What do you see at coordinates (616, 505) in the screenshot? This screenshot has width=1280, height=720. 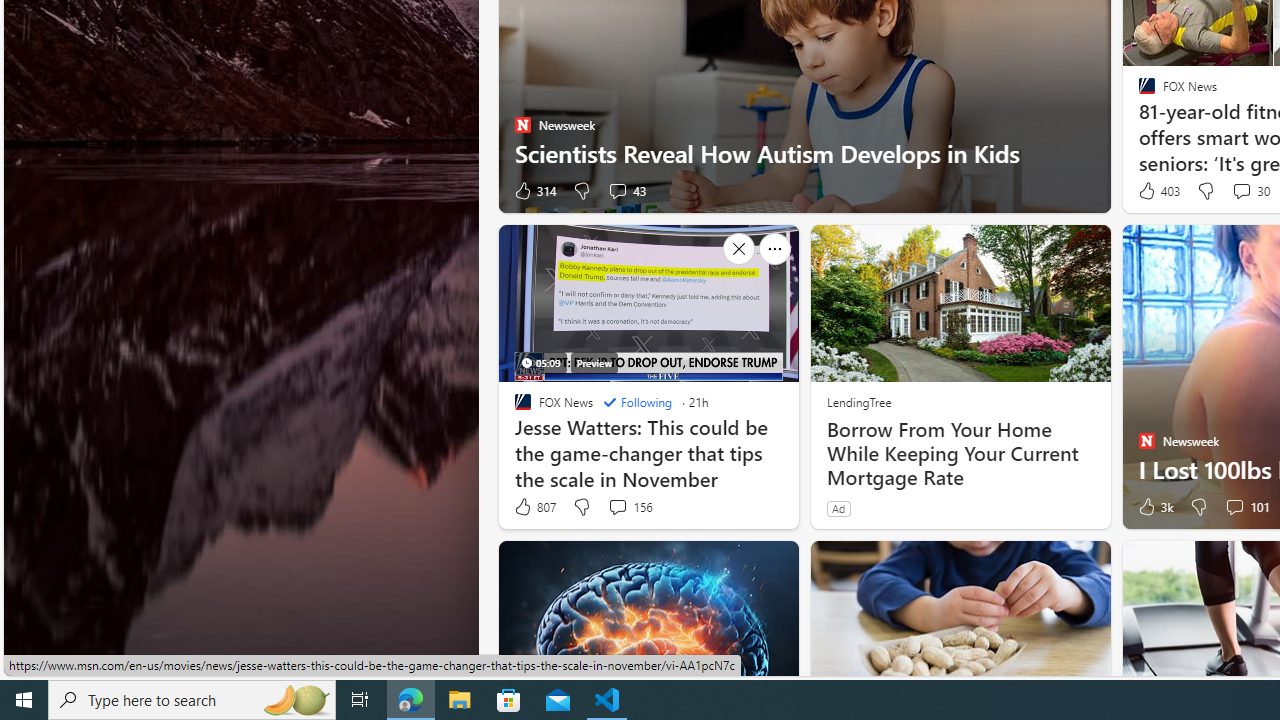 I see `'View comments 156 Comment'` at bounding box center [616, 505].